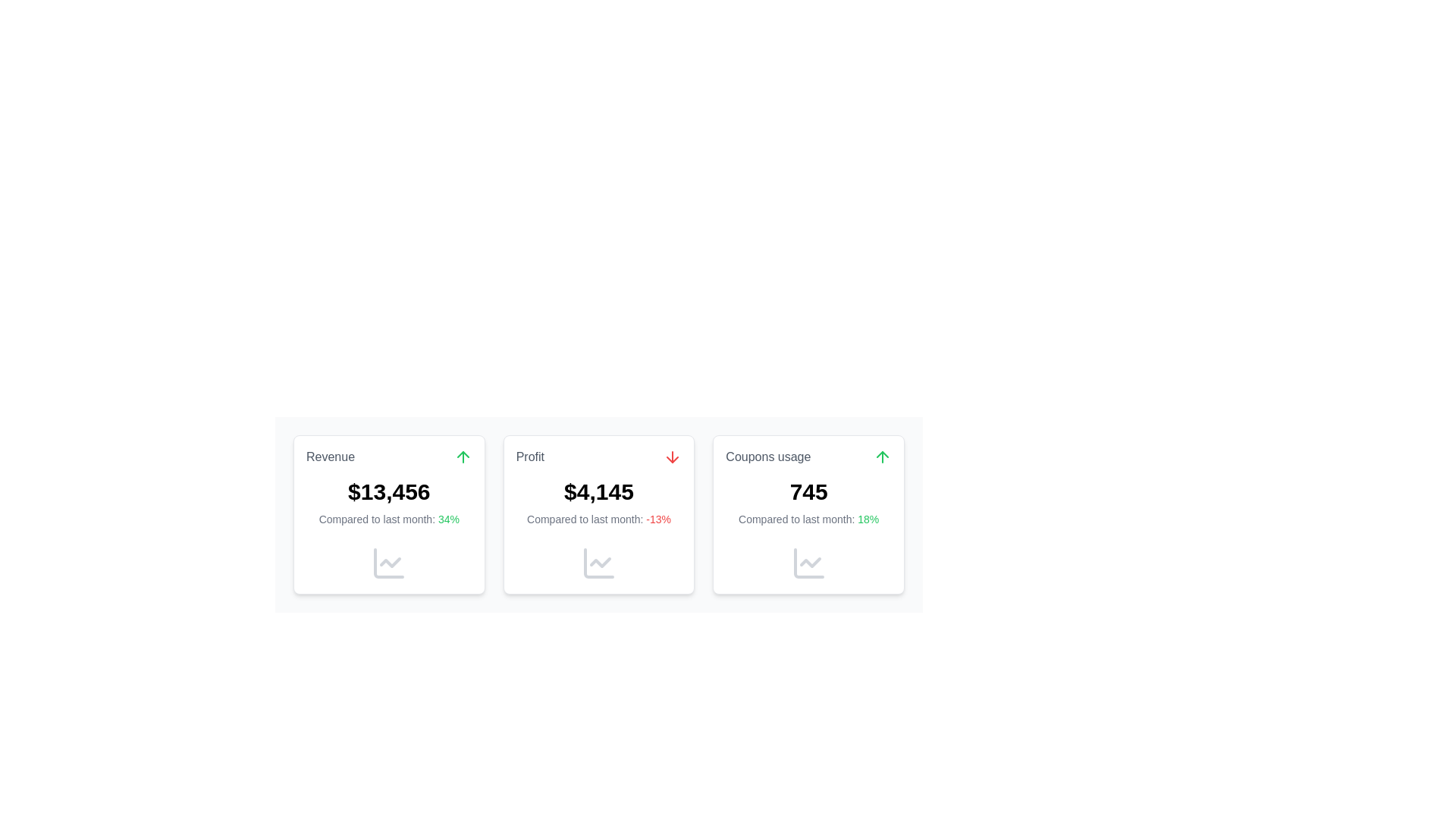  I want to click on the comparison statistics text that shows percentage change relative to the previous month, located within the 'Revenue' card beneath the main value text ($13,456), so click(389, 519).